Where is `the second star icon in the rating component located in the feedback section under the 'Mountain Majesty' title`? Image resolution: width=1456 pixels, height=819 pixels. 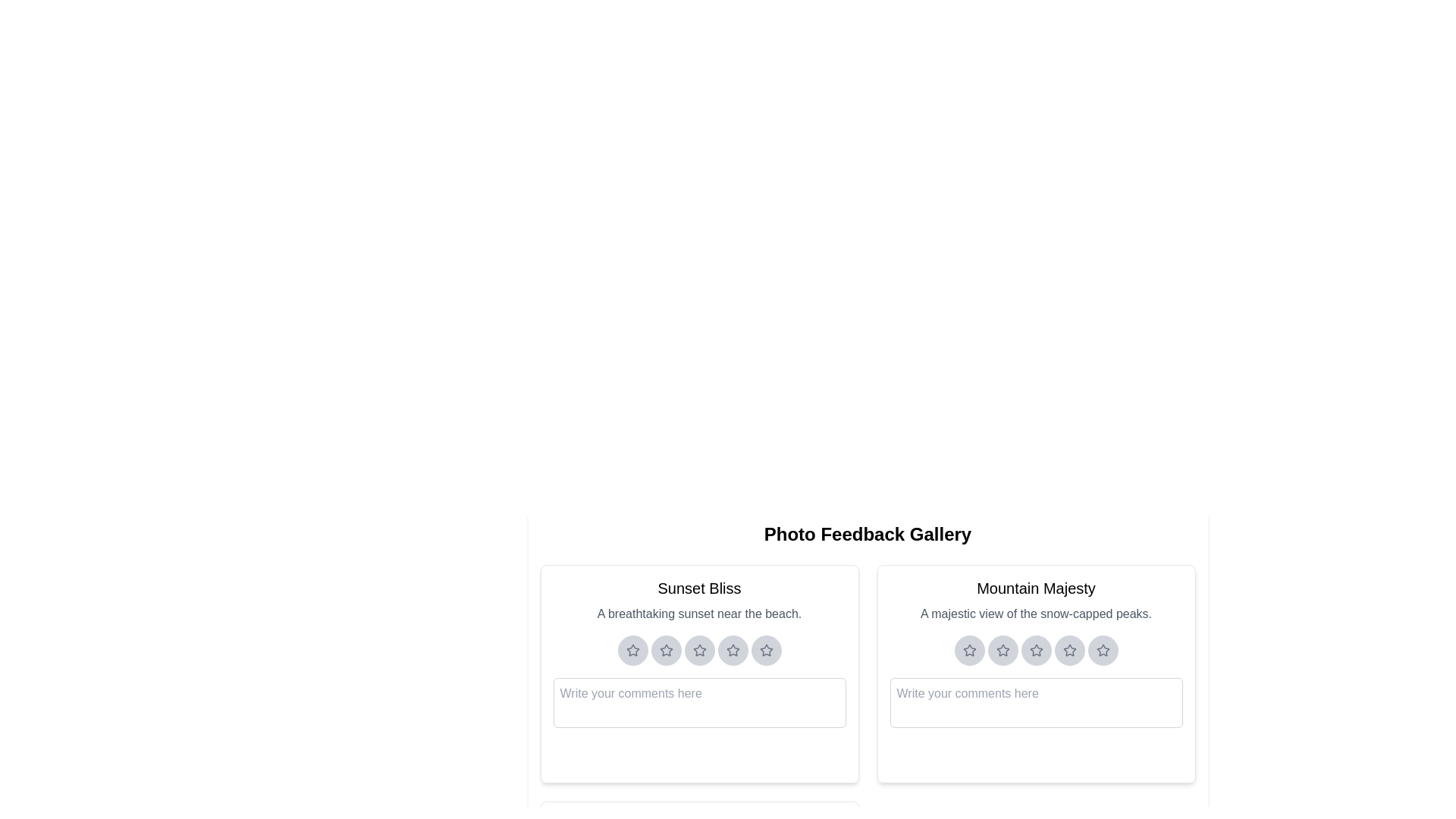 the second star icon in the rating component located in the feedback section under the 'Mountain Majesty' title is located at coordinates (1003, 649).